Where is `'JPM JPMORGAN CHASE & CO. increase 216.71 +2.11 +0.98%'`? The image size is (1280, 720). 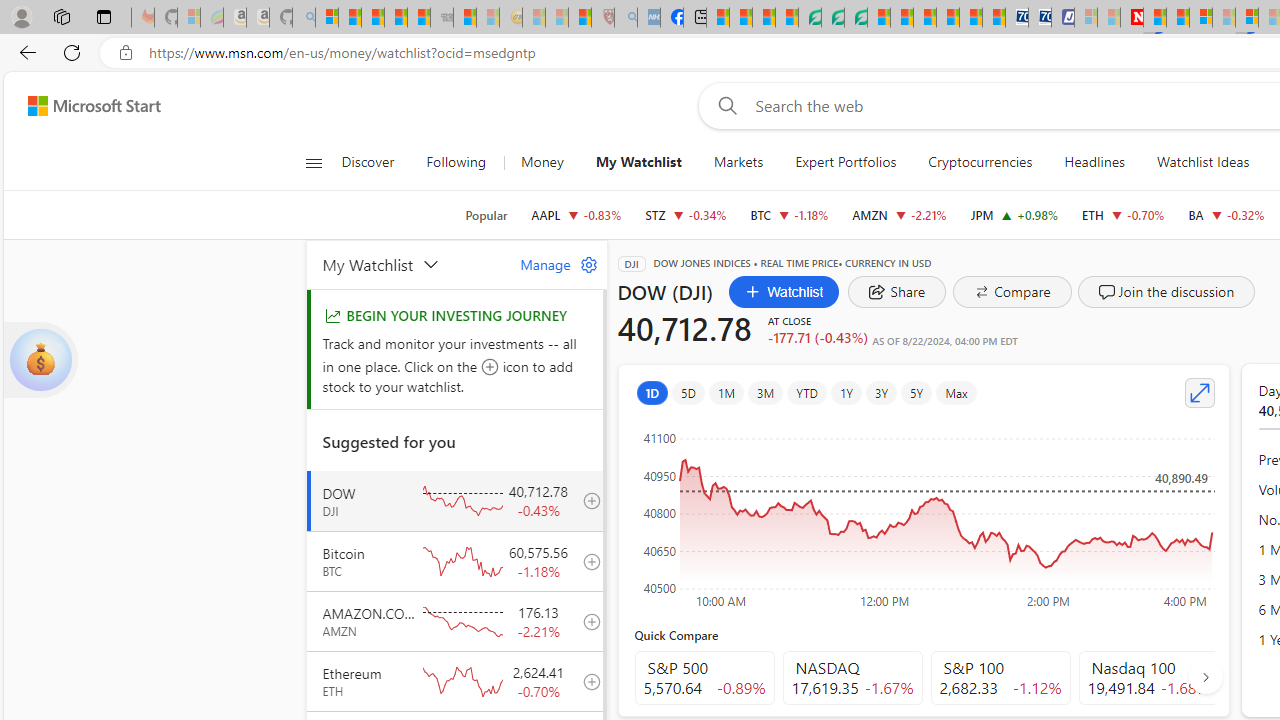 'JPM JPMORGAN CHASE & CO. increase 216.71 +2.11 +0.98%' is located at coordinates (1013, 214).